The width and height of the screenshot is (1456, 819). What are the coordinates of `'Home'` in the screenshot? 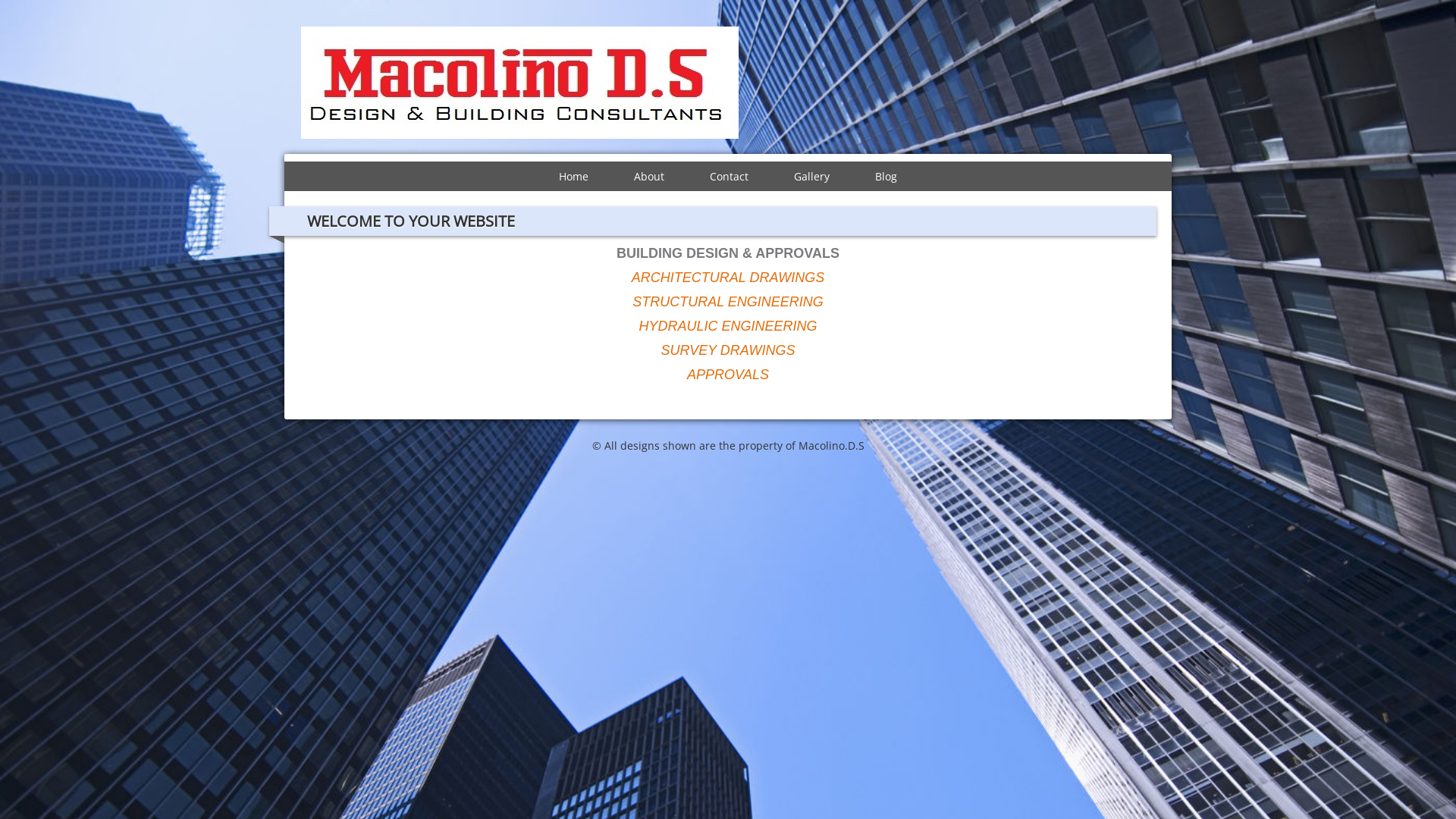 It's located at (573, 175).